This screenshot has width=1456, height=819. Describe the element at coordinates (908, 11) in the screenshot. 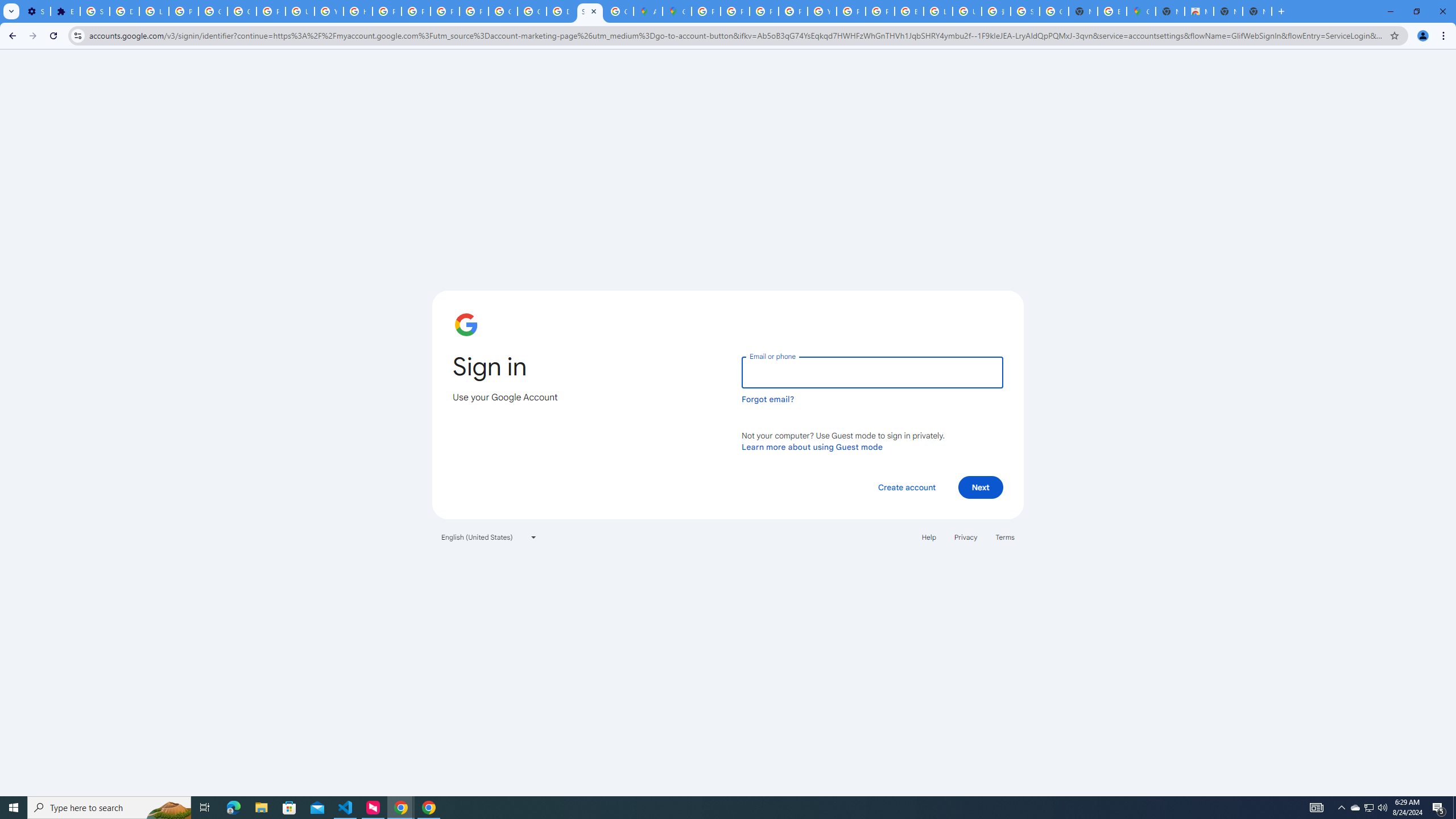

I see `'Browse Chrome as a guest - Computer - Google Chrome Help'` at that location.